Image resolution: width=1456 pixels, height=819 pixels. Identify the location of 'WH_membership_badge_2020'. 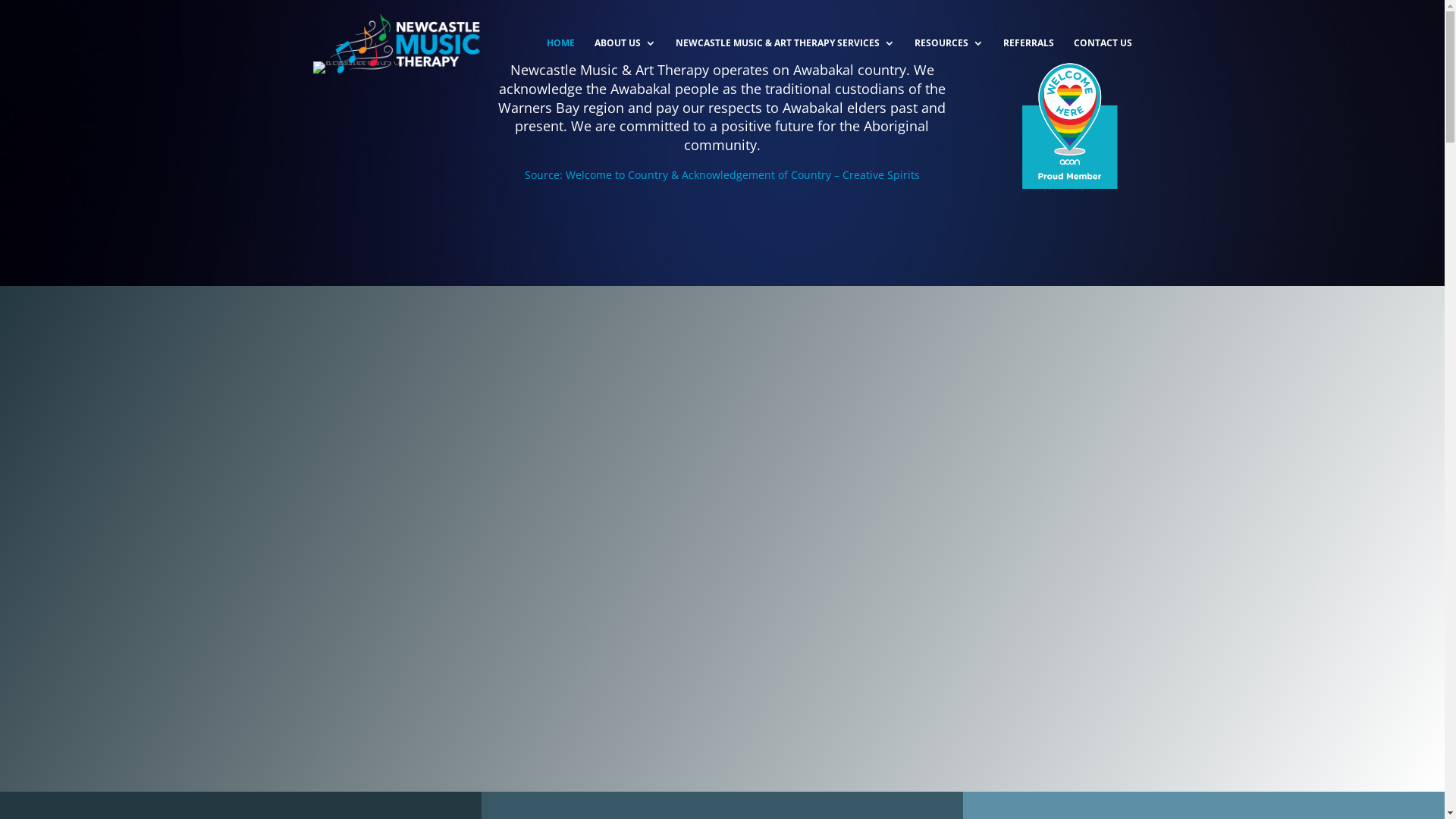
(1004, 124).